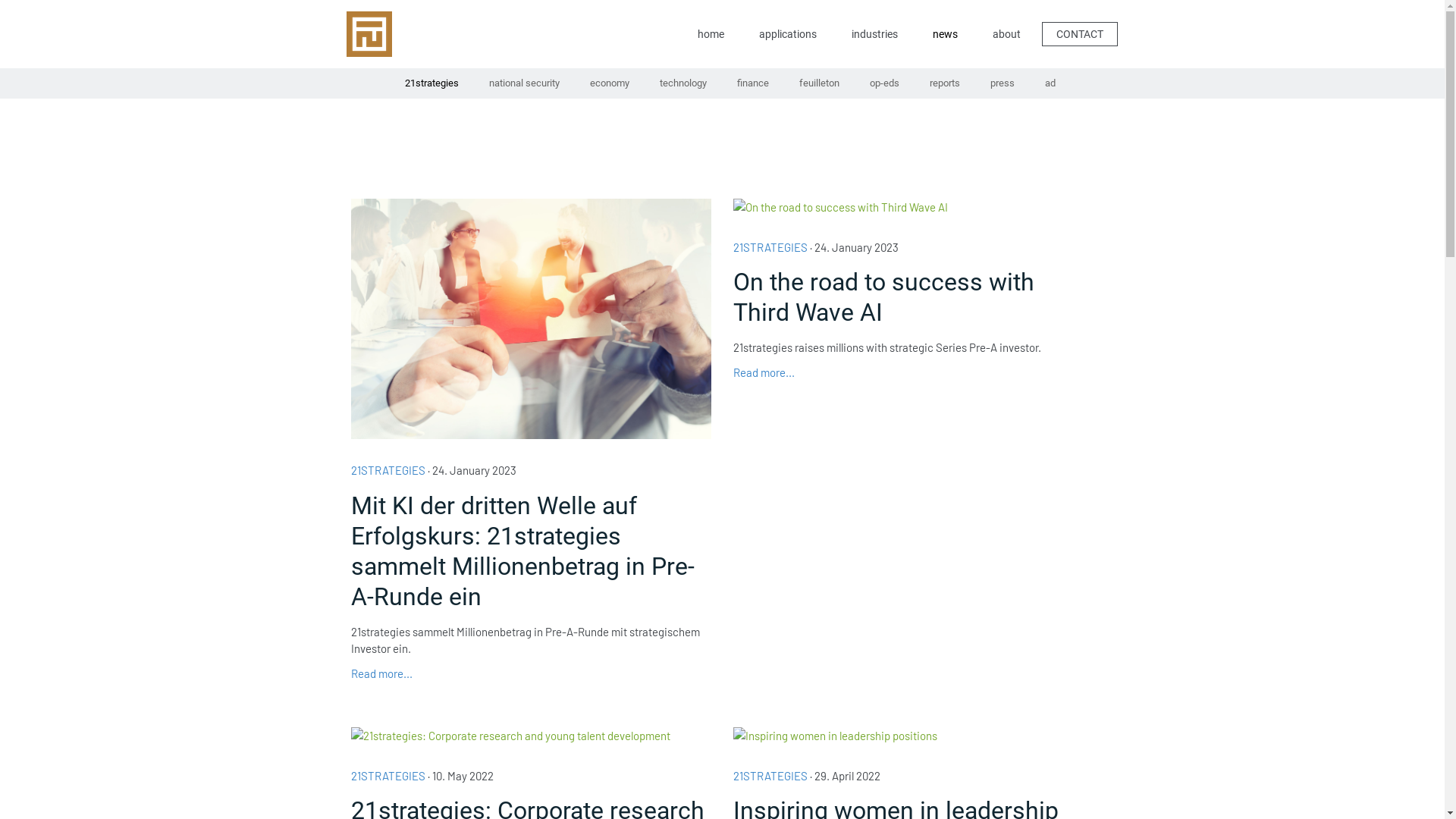 The height and width of the screenshot is (819, 1456). I want to click on '21STRATEGIES', so click(349, 469).